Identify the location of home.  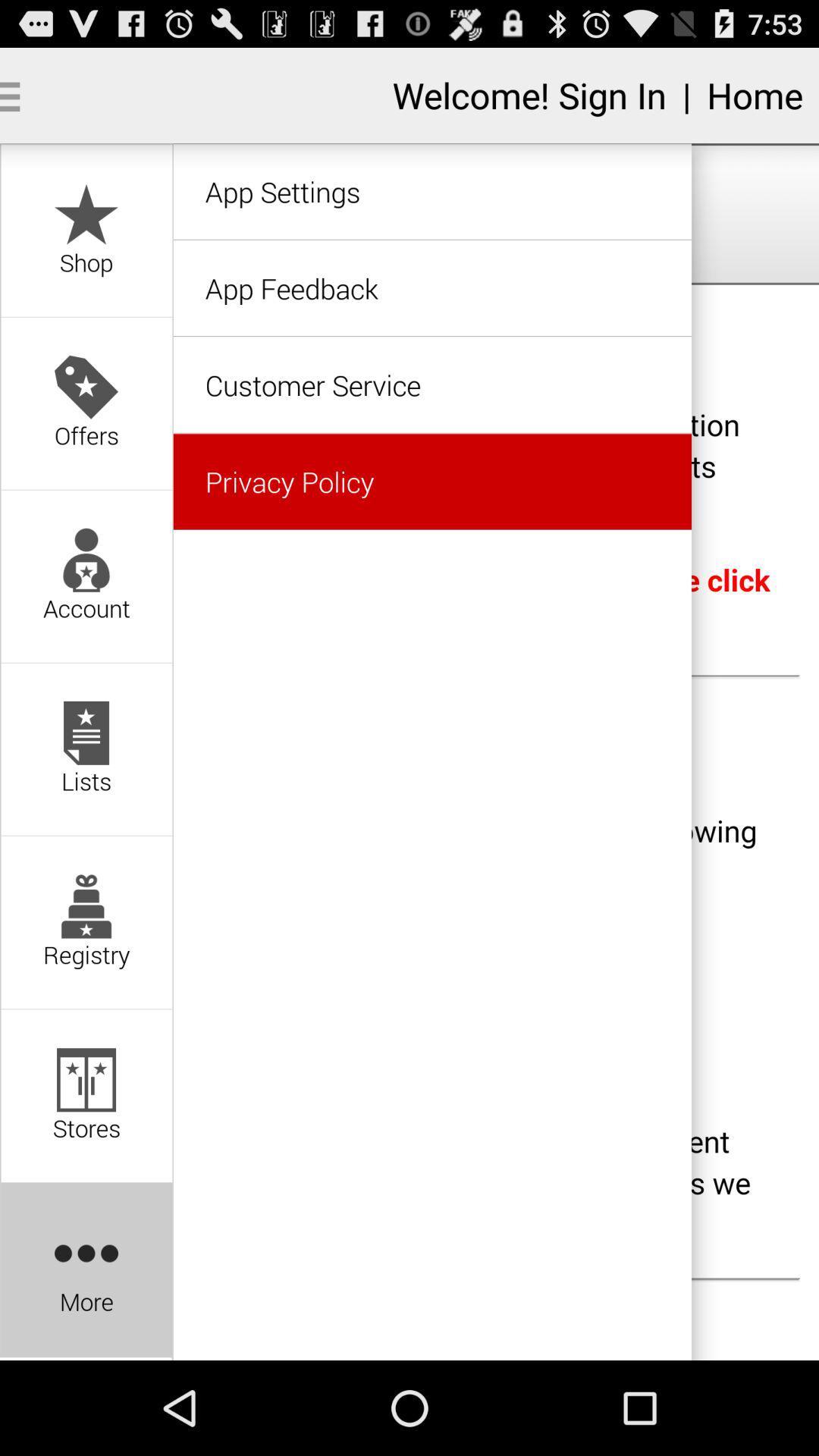
(755, 94).